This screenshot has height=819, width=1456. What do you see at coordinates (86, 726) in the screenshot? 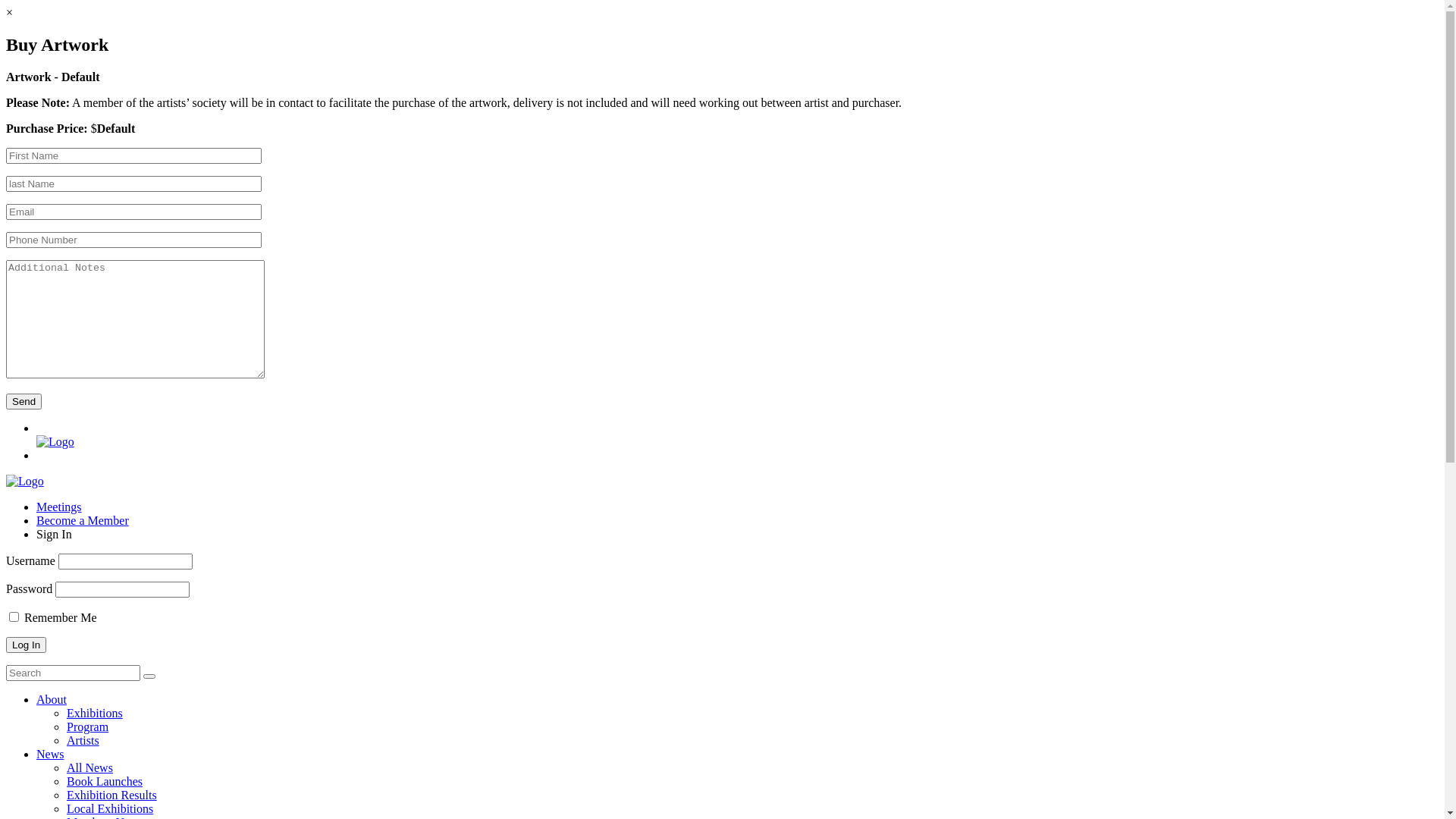
I see `'Program'` at bounding box center [86, 726].